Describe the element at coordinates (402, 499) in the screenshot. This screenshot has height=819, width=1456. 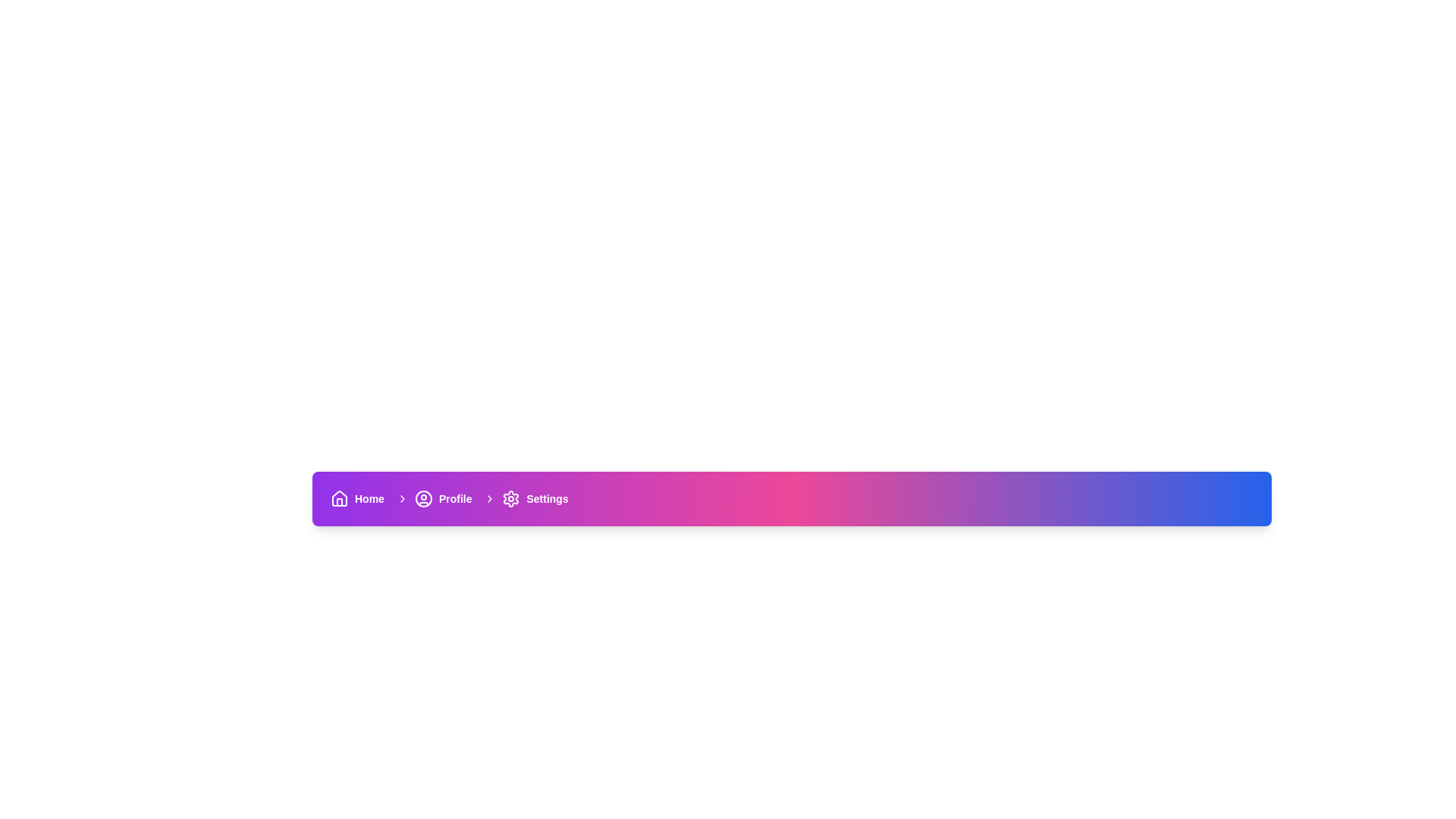
I see `the Chevron icon next to the 'Profile' text on the navigation bar` at that location.